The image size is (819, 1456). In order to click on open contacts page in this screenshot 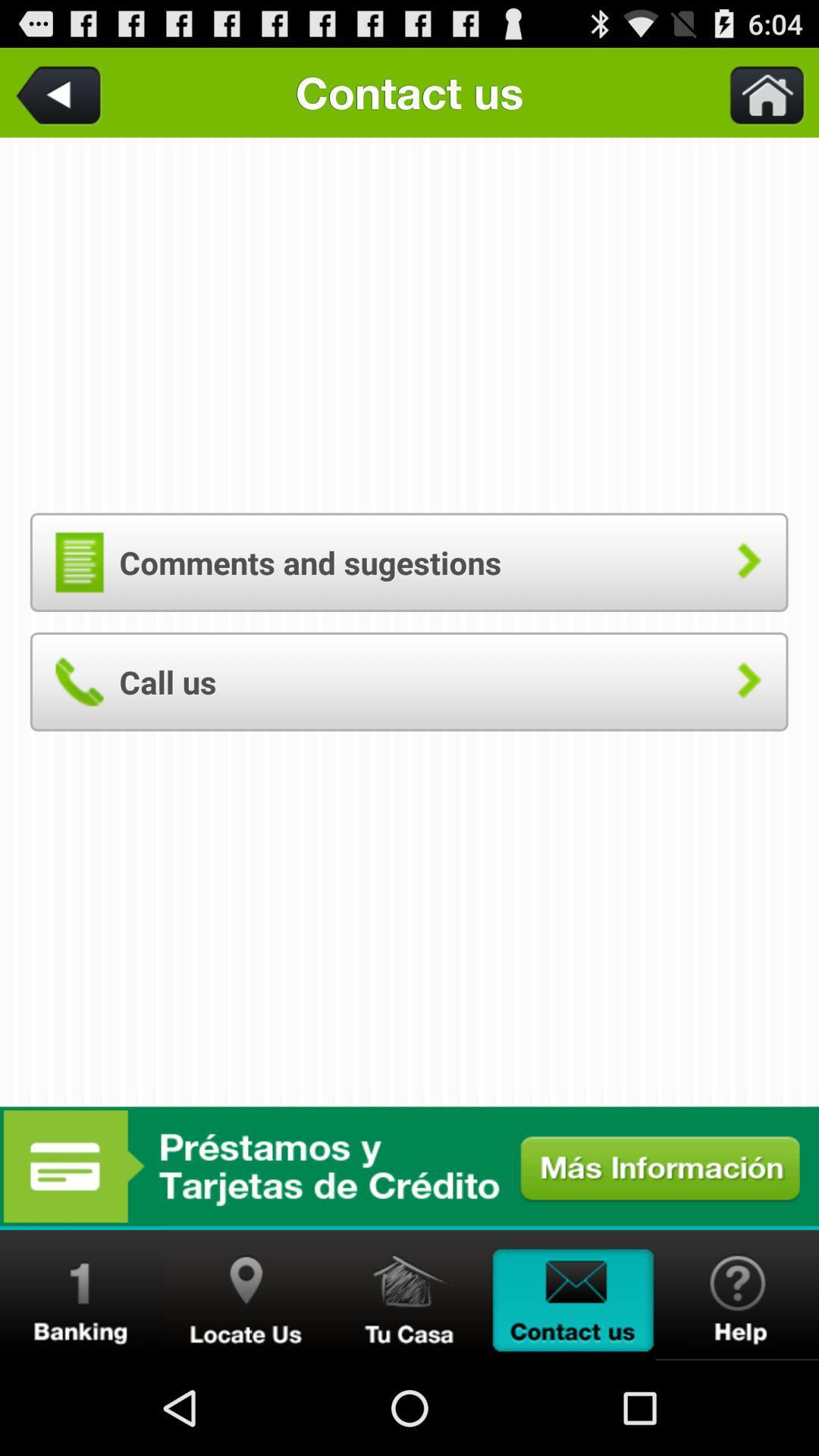, I will do `click(573, 1294)`.